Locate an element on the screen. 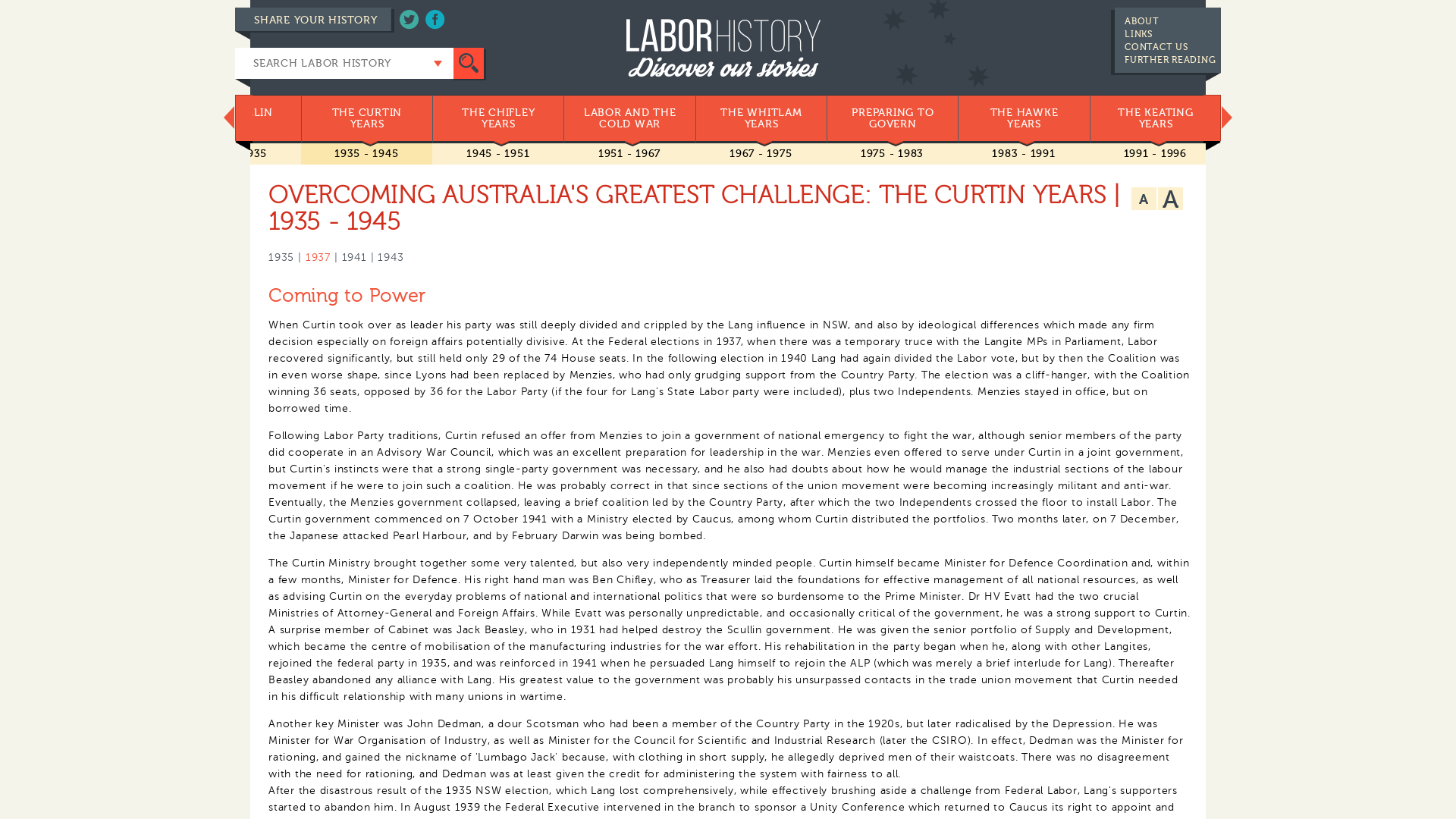 This screenshot has height=819, width=1456. 'THE WHITLAM YEARS' is located at coordinates (761, 118).